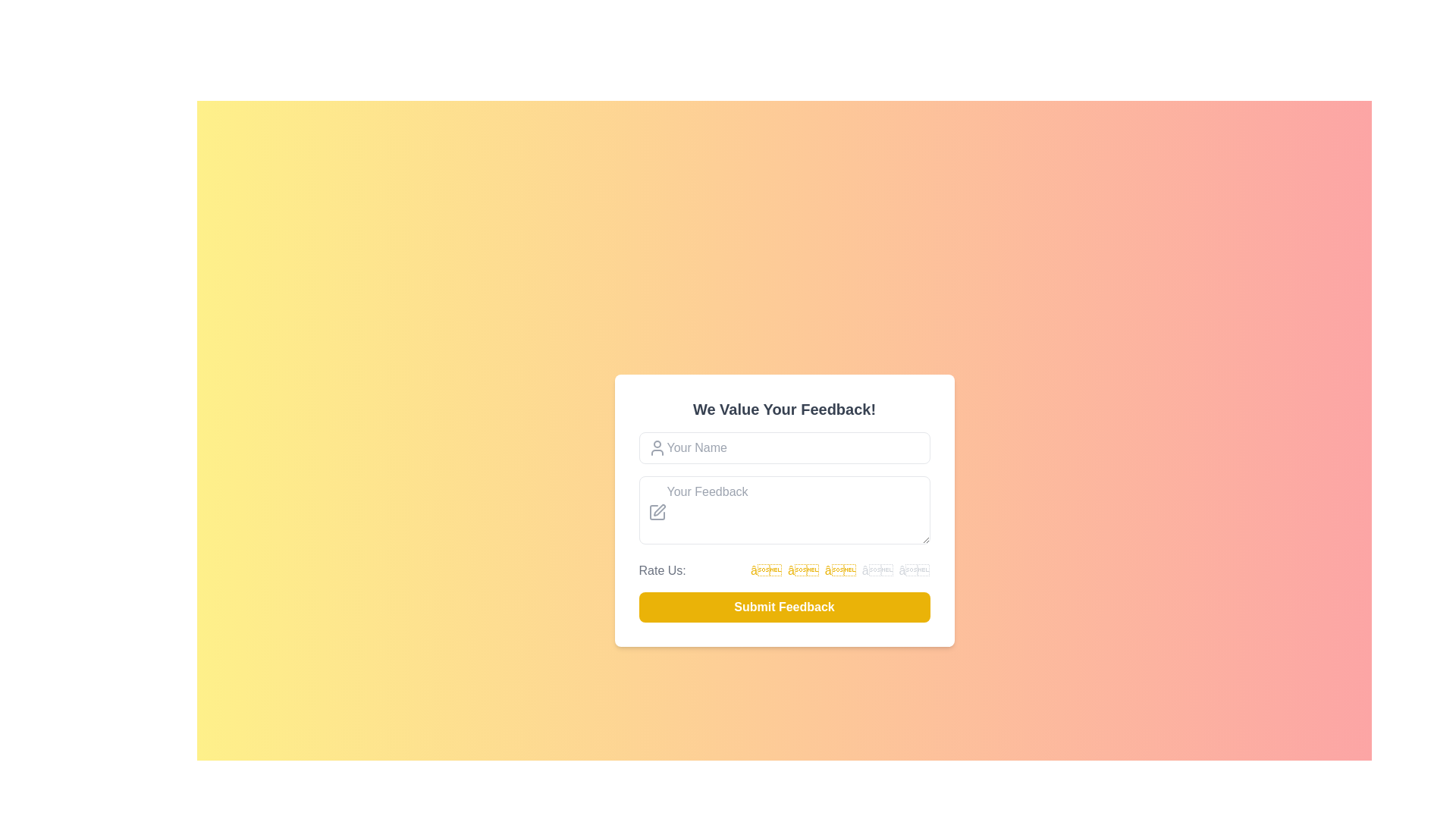 The height and width of the screenshot is (819, 1456). What do you see at coordinates (784, 606) in the screenshot?
I see `the 'Submit Feedback' button with a yellow background and white bold text` at bounding box center [784, 606].